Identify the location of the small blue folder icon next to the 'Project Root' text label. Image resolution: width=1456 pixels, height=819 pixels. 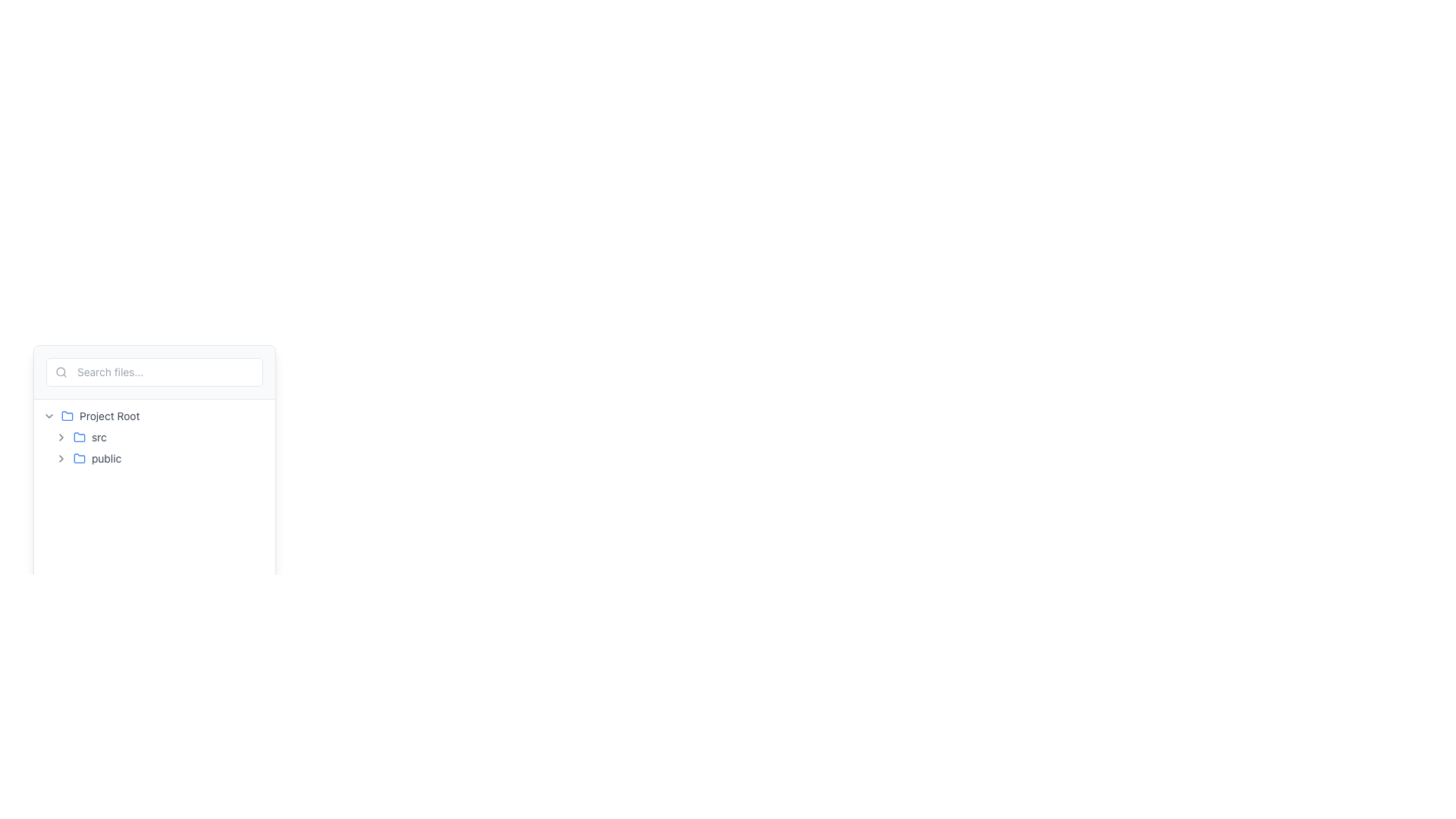
(67, 415).